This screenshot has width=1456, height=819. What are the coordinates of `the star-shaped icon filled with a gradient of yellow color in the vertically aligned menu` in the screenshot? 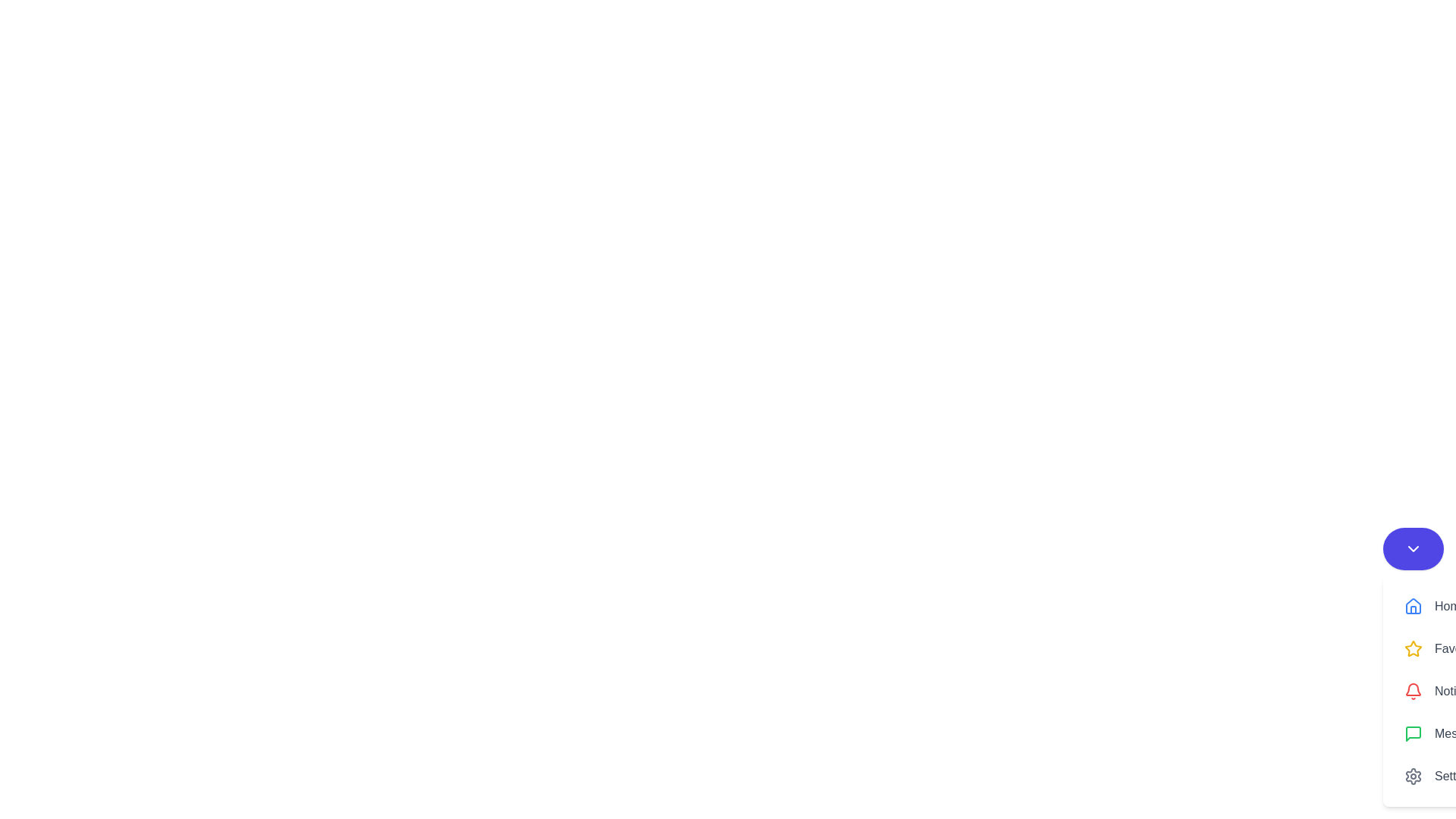 It's located at (1412, 648).